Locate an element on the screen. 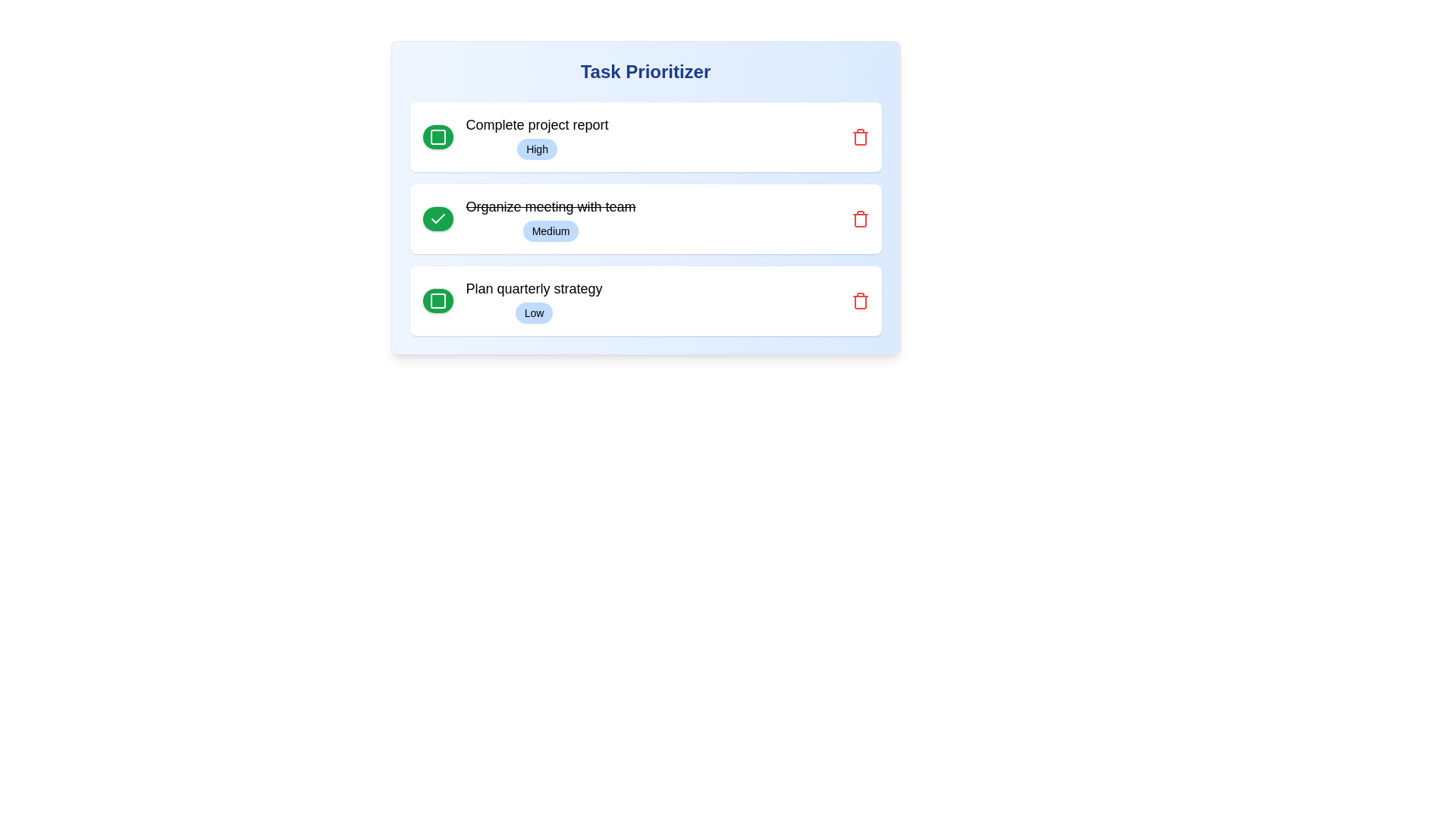 The image size is (1456, 819). the delete button located at the far right of the second row in the task list is located at coordinates (860, 219).